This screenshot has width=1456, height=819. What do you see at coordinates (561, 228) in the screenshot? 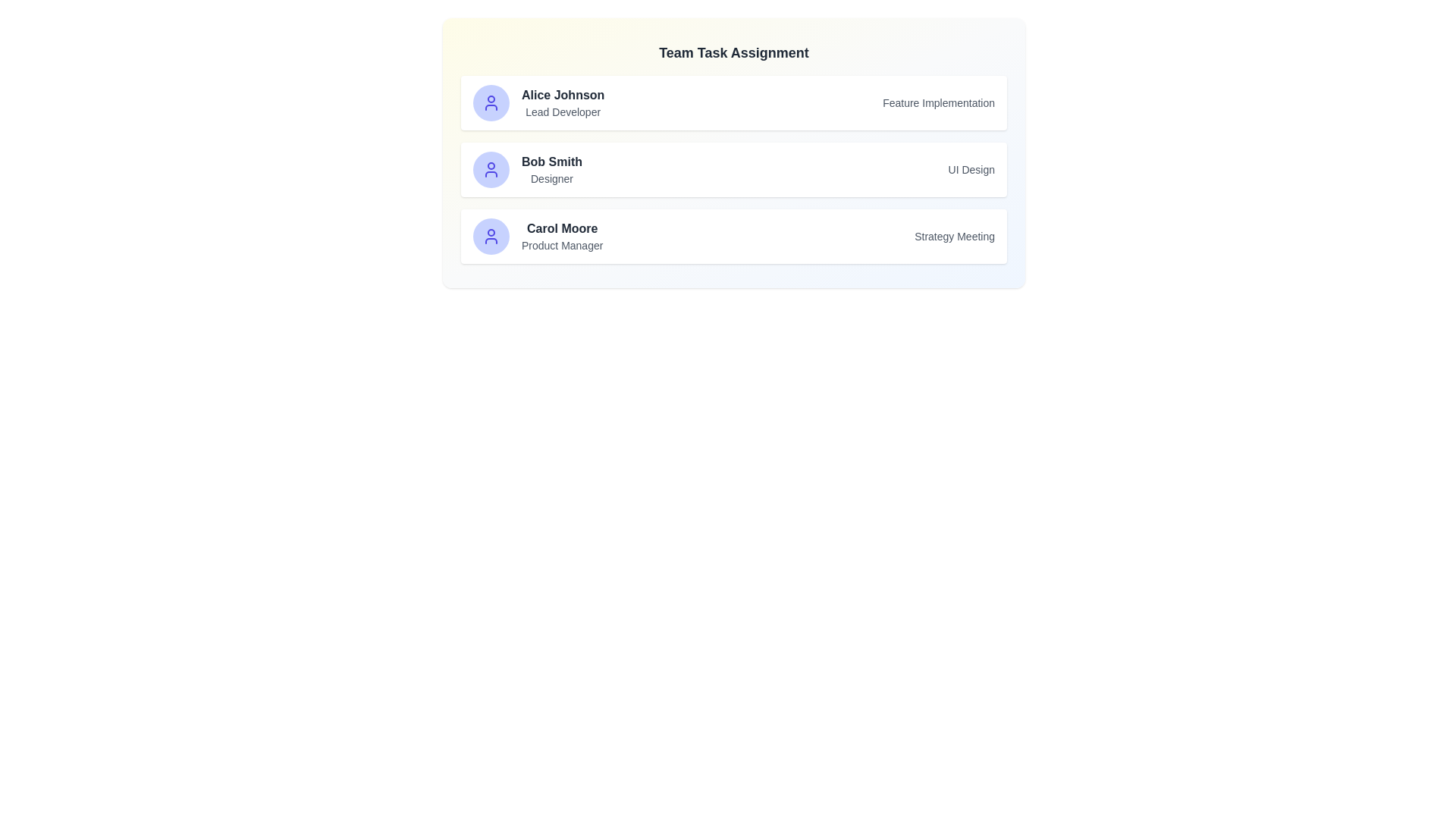
I see `the text label displaying the participant's name in the Team Task Assignment interface, located in the third row above 'Product Manager'` at bounding box center [561, 228].